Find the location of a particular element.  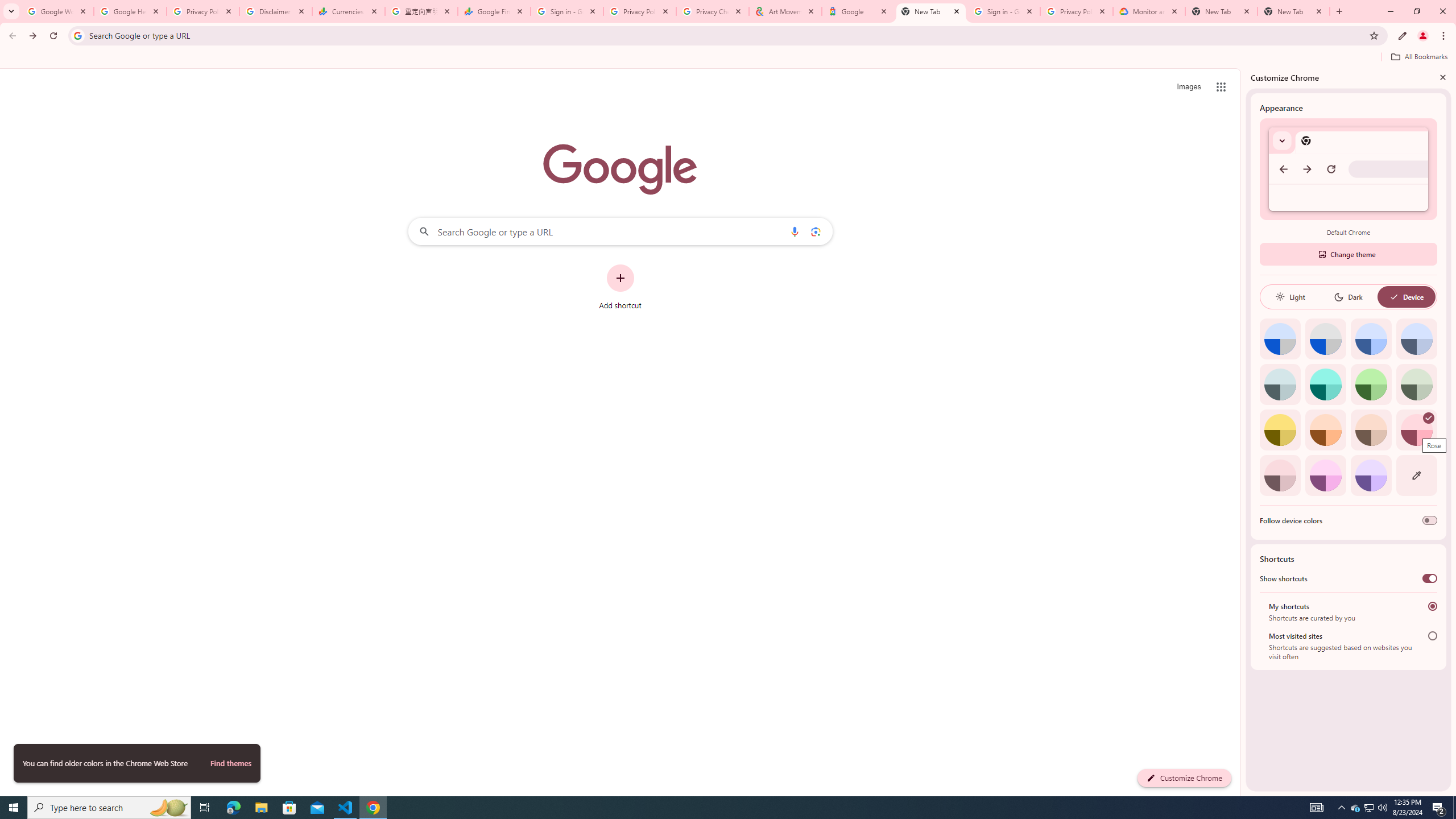

'Cool grey' is located at coordinates (1416, 338).